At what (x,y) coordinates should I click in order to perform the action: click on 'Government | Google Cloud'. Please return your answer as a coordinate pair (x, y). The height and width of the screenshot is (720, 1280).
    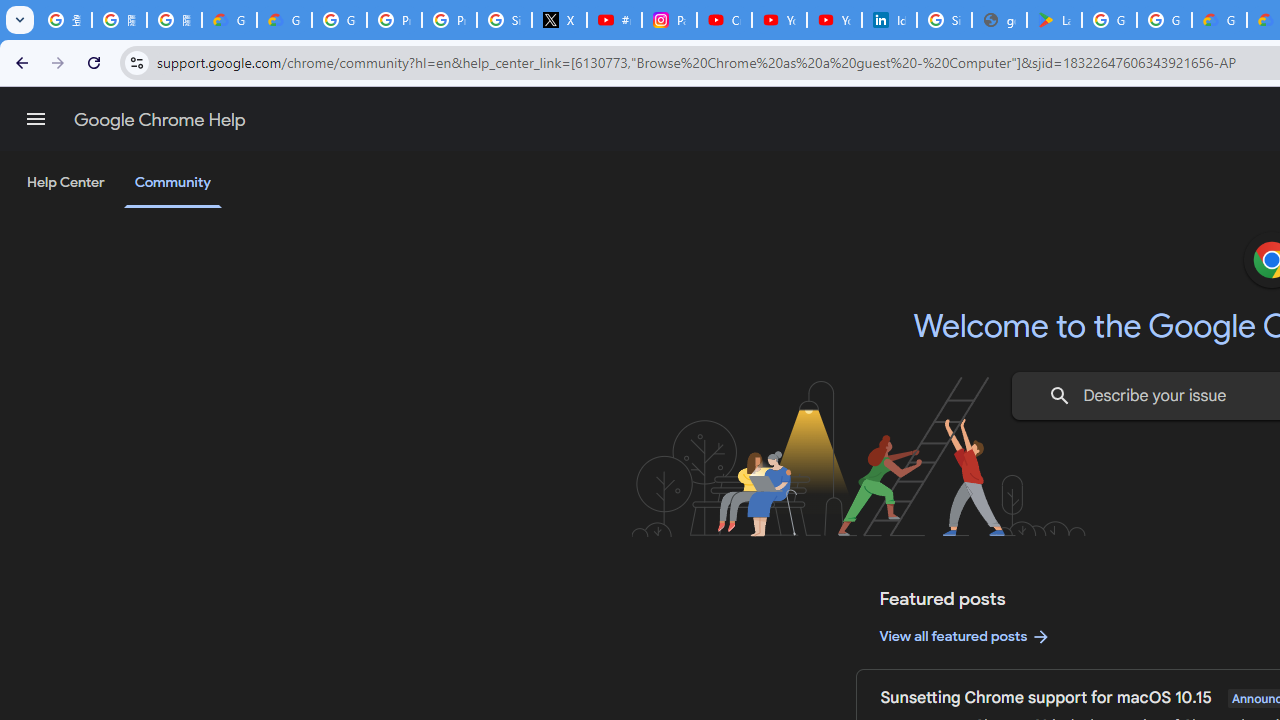
    Looking at the image, I should click on (1218, 20).